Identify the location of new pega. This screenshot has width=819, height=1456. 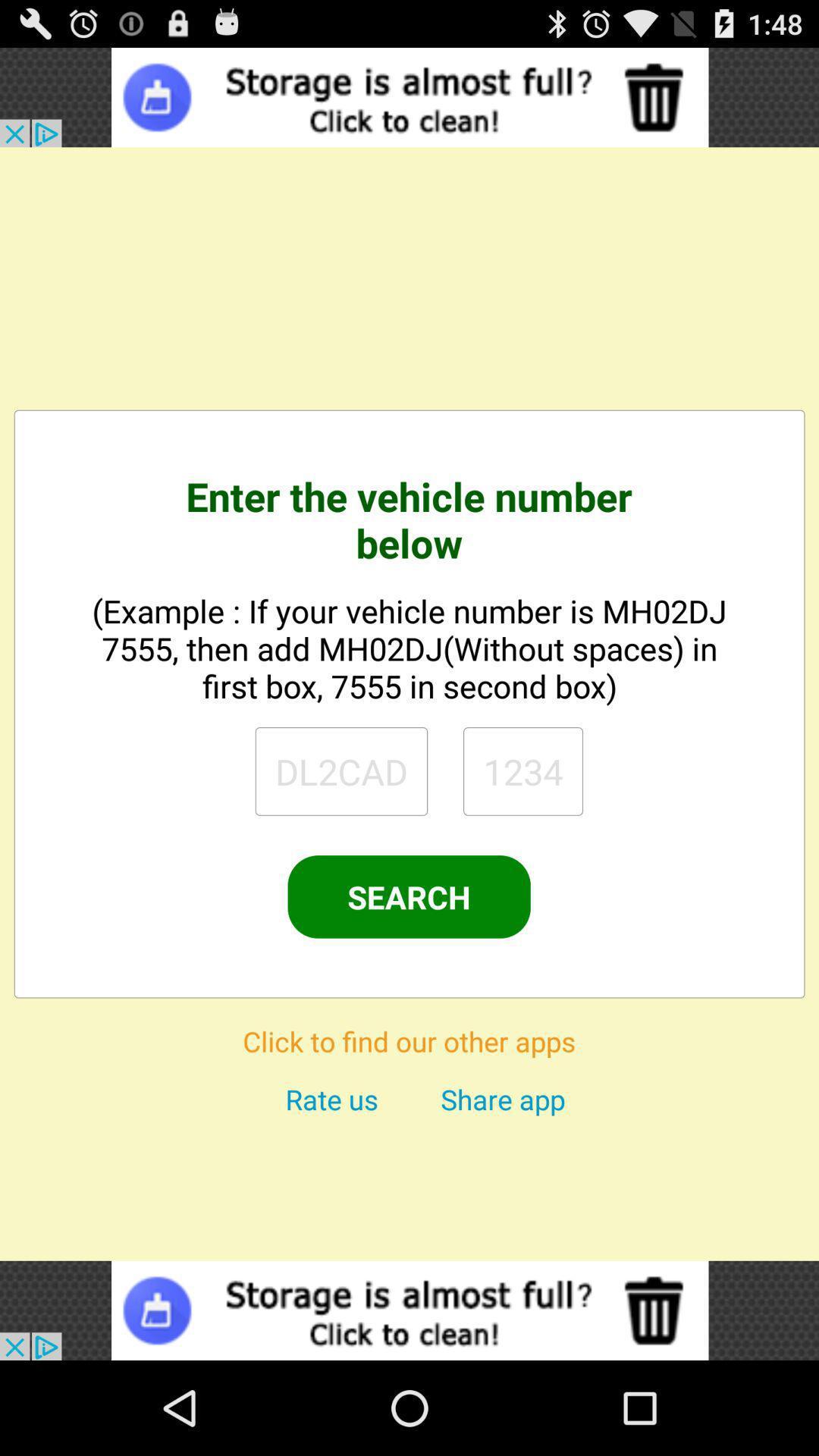
(341, 771).